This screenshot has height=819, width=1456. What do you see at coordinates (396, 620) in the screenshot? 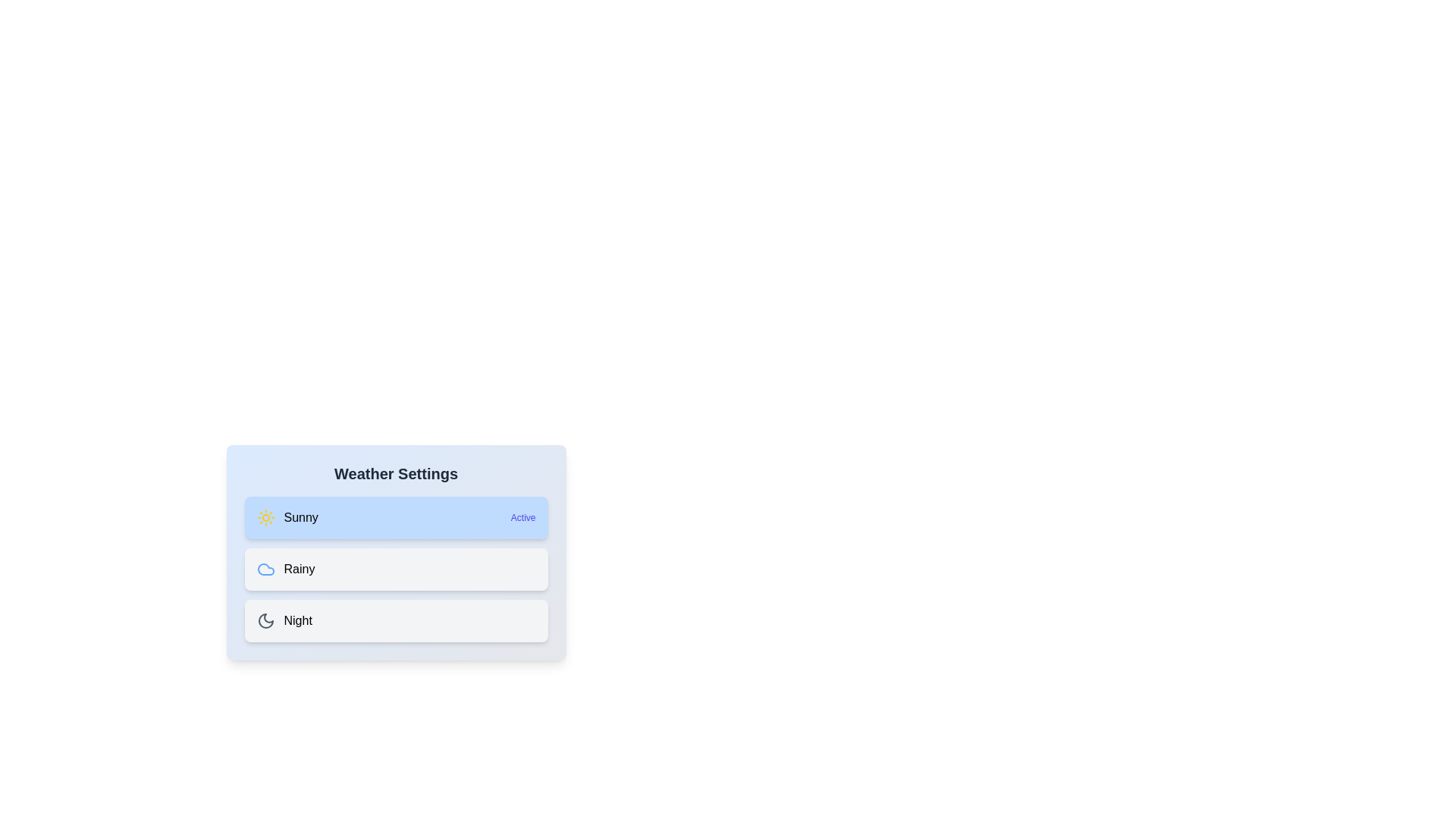
I see `the weather option Night by clicking on its respective list item` at bounding box center [396, 620].